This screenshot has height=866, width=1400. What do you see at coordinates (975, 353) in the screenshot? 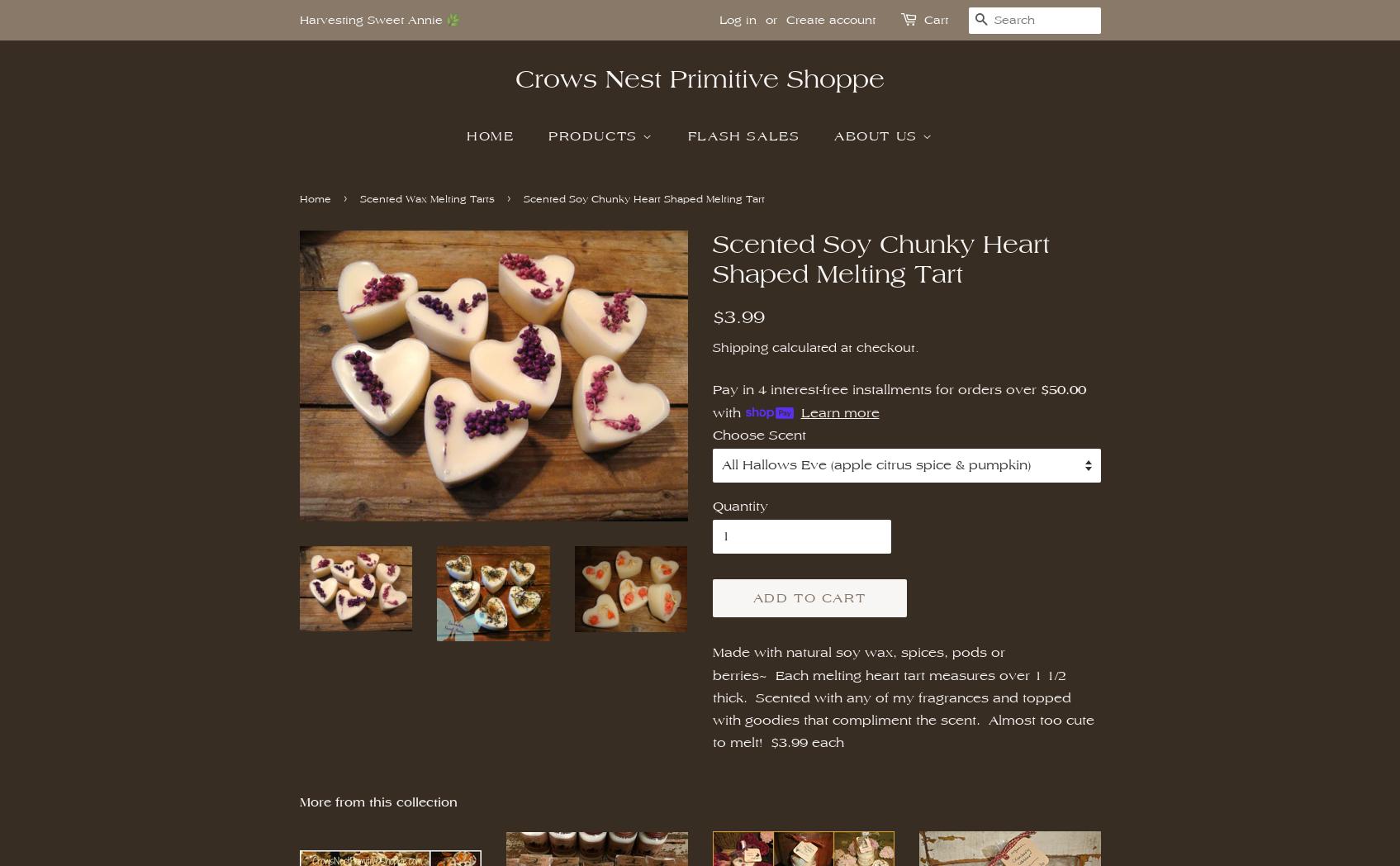
I see `'Dried Herbs & Bunches'` at bounding box center [975, 353].